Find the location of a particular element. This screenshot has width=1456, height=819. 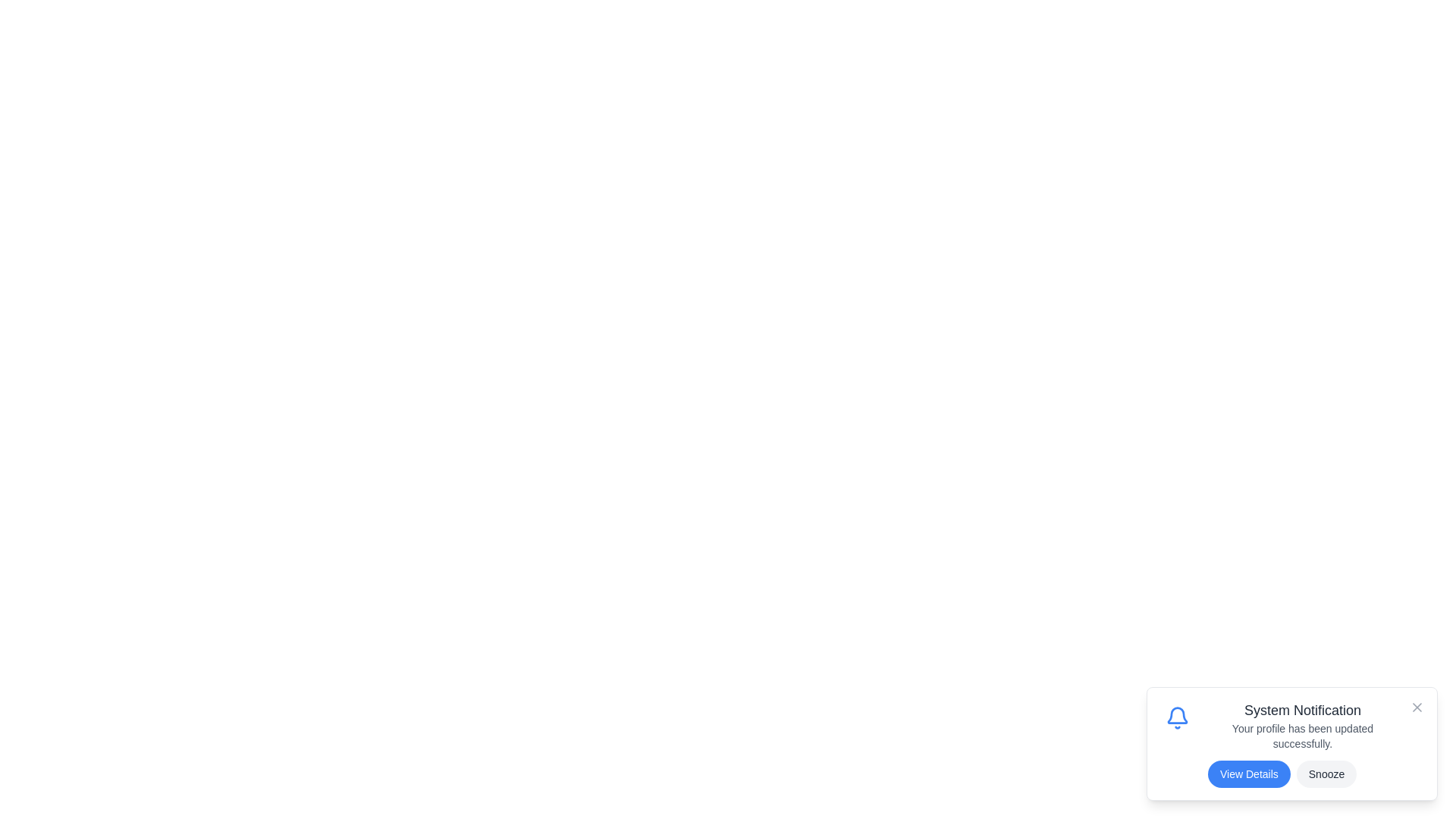

the blue bell-shaped icon located at the top left corner of the 'System Notification' message box indicating that 'Your profile has been updated successfully' is located at coordinates (1177, 717).